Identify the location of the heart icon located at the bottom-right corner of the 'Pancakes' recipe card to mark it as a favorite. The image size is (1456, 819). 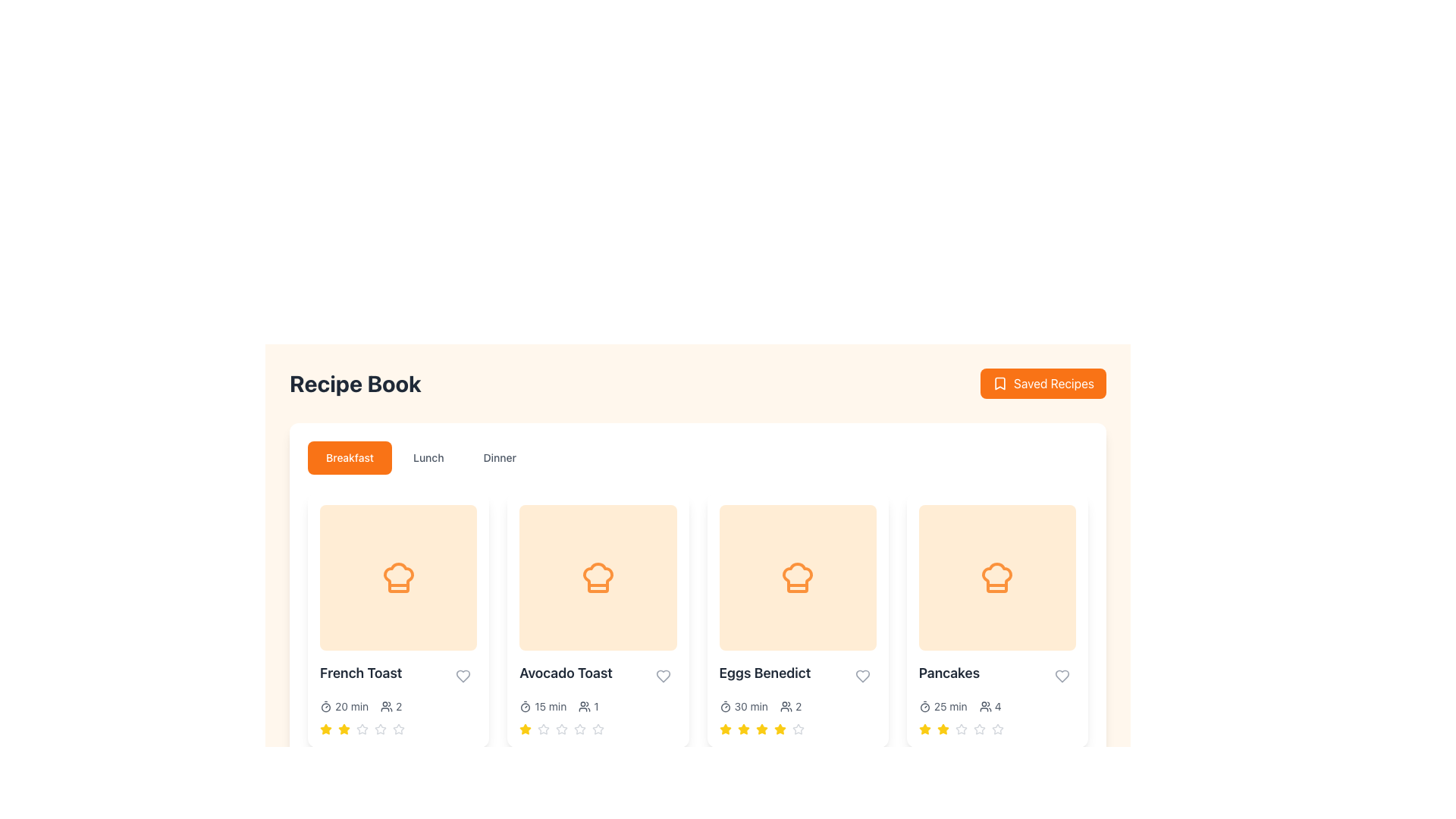
(1062, 675).